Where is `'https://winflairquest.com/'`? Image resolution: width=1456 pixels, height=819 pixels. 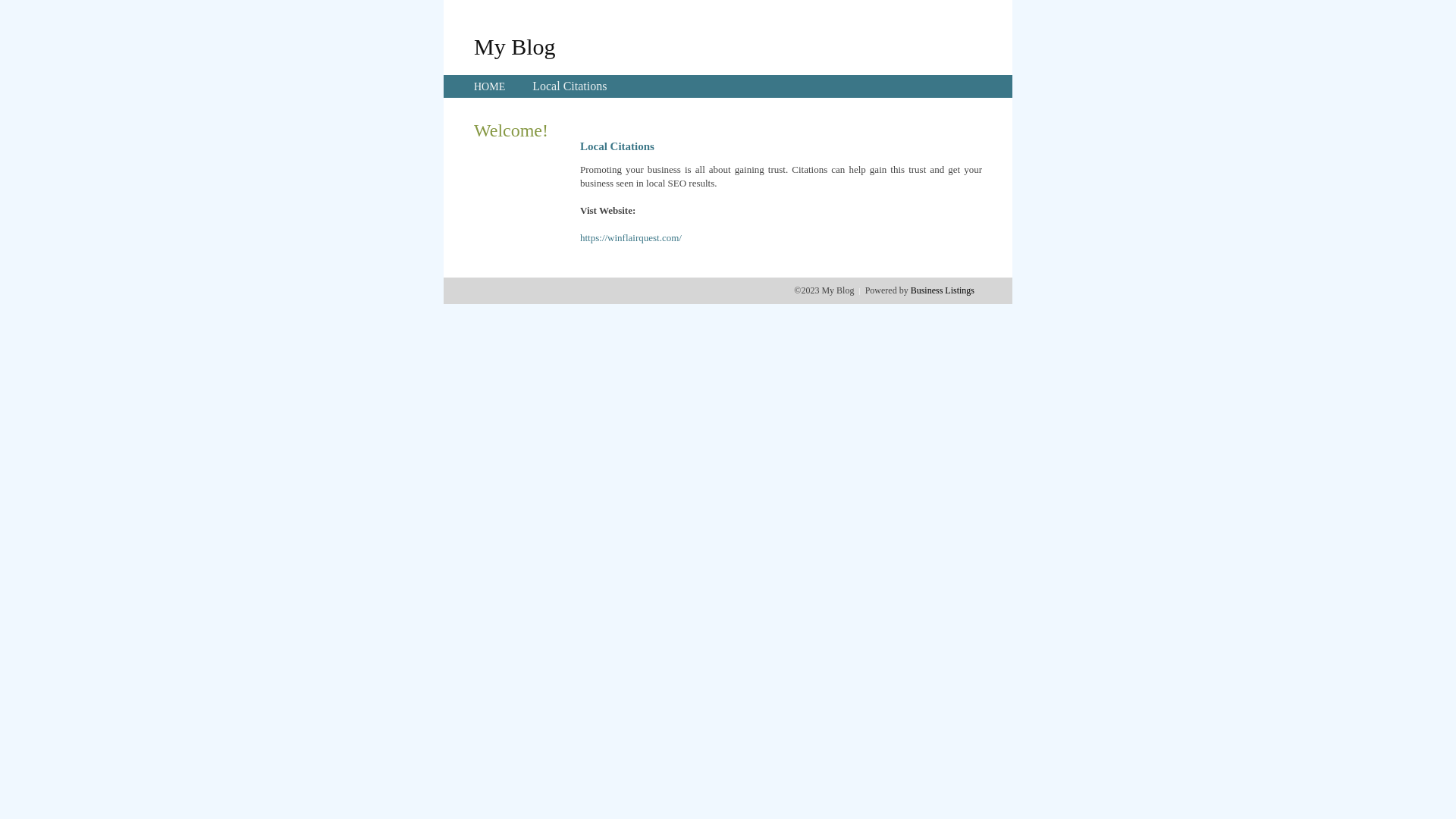 'https://winflairquest.com/' is located at coordinates (579, 237).